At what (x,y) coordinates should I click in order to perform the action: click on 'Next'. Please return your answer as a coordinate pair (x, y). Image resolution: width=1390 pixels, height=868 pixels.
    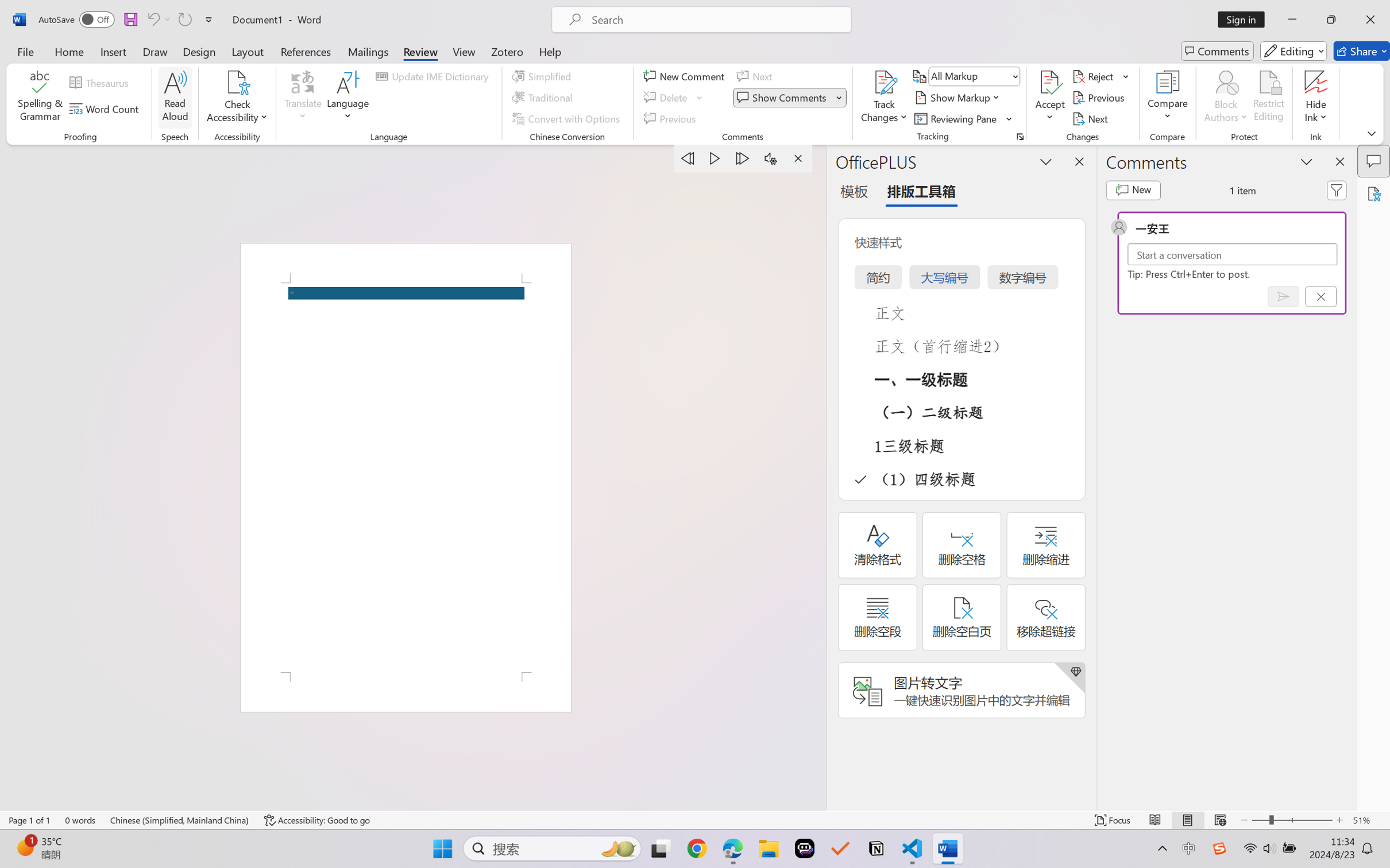
    Looking at the image, I should click on (1091, 119).